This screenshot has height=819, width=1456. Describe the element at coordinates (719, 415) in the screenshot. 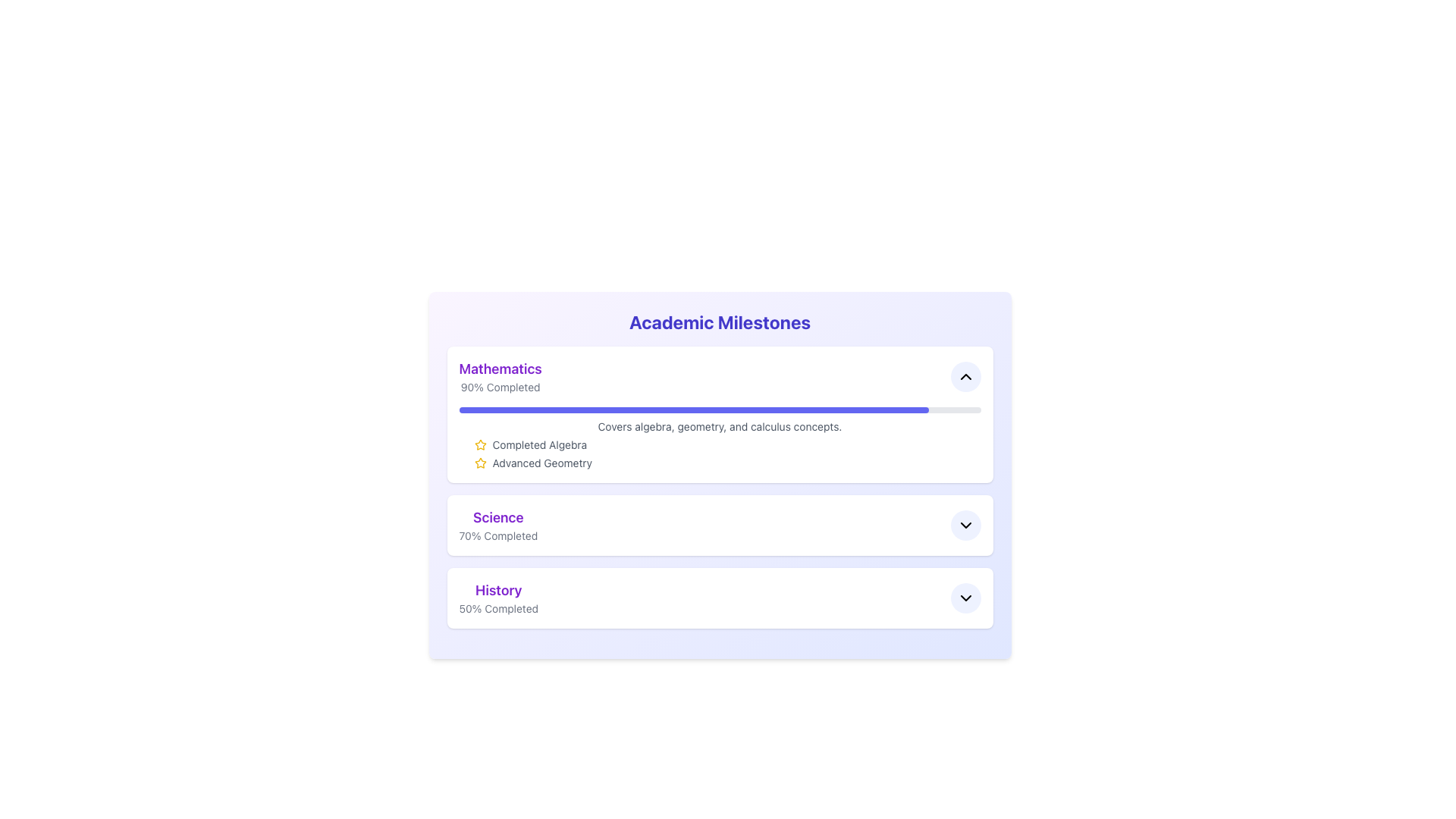

I see `the topmost Information Card under the title 'Academic Milestones'` at that location.